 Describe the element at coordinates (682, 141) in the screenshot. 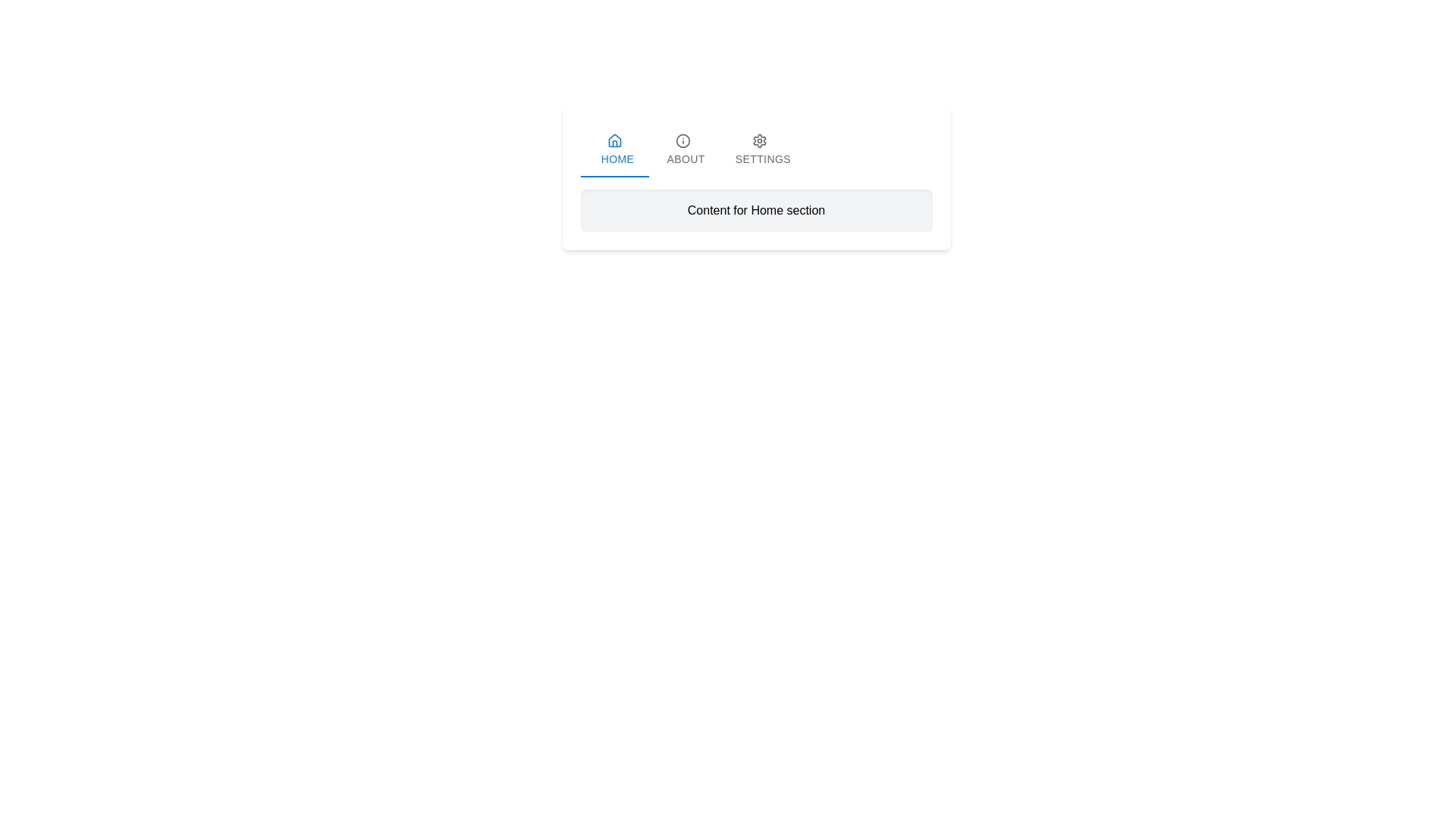

I see `the circular outline element of the 'ABOUT' tab icon, which is part of the tabular navigation bar` at that location.